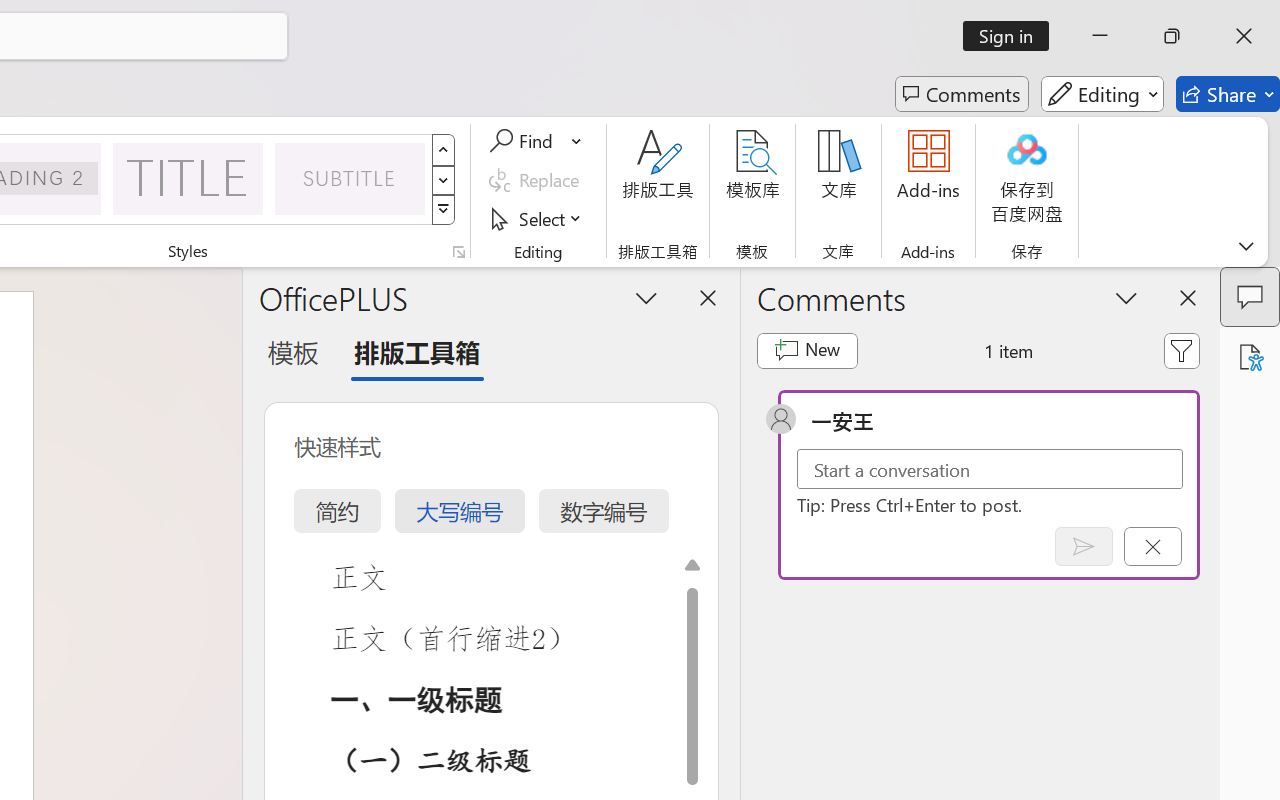 This screenshot has height=800, width=1280. What do you see at coordinates (1152, 546) in the screenshot?
I see `'Cancel'` at bounding box center [1152, 546].